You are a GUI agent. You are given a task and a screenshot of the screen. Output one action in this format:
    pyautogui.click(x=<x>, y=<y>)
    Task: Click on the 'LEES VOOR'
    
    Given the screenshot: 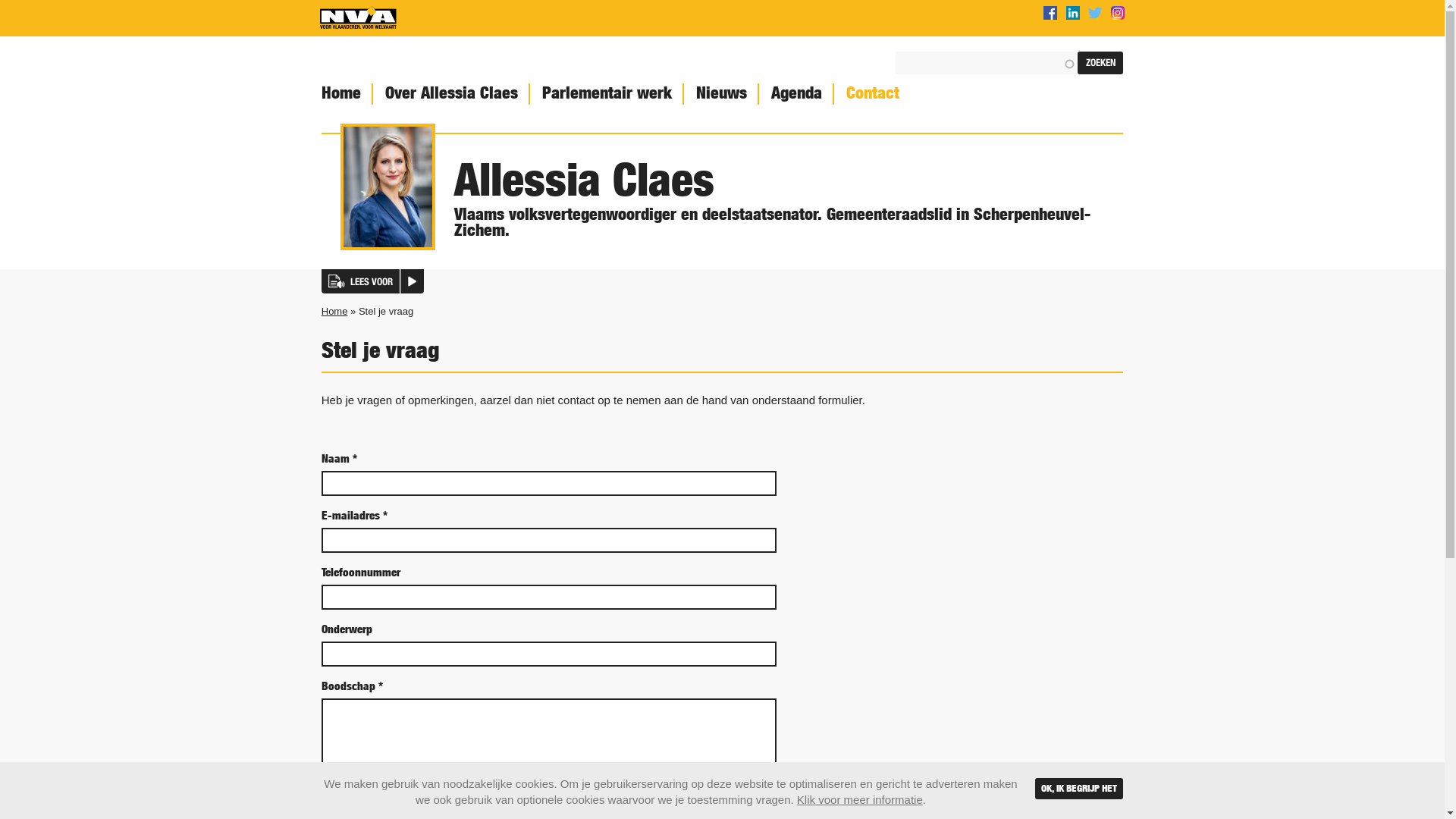 What is the action you would take?
    pyautogui.click(x=372, y=281)
    